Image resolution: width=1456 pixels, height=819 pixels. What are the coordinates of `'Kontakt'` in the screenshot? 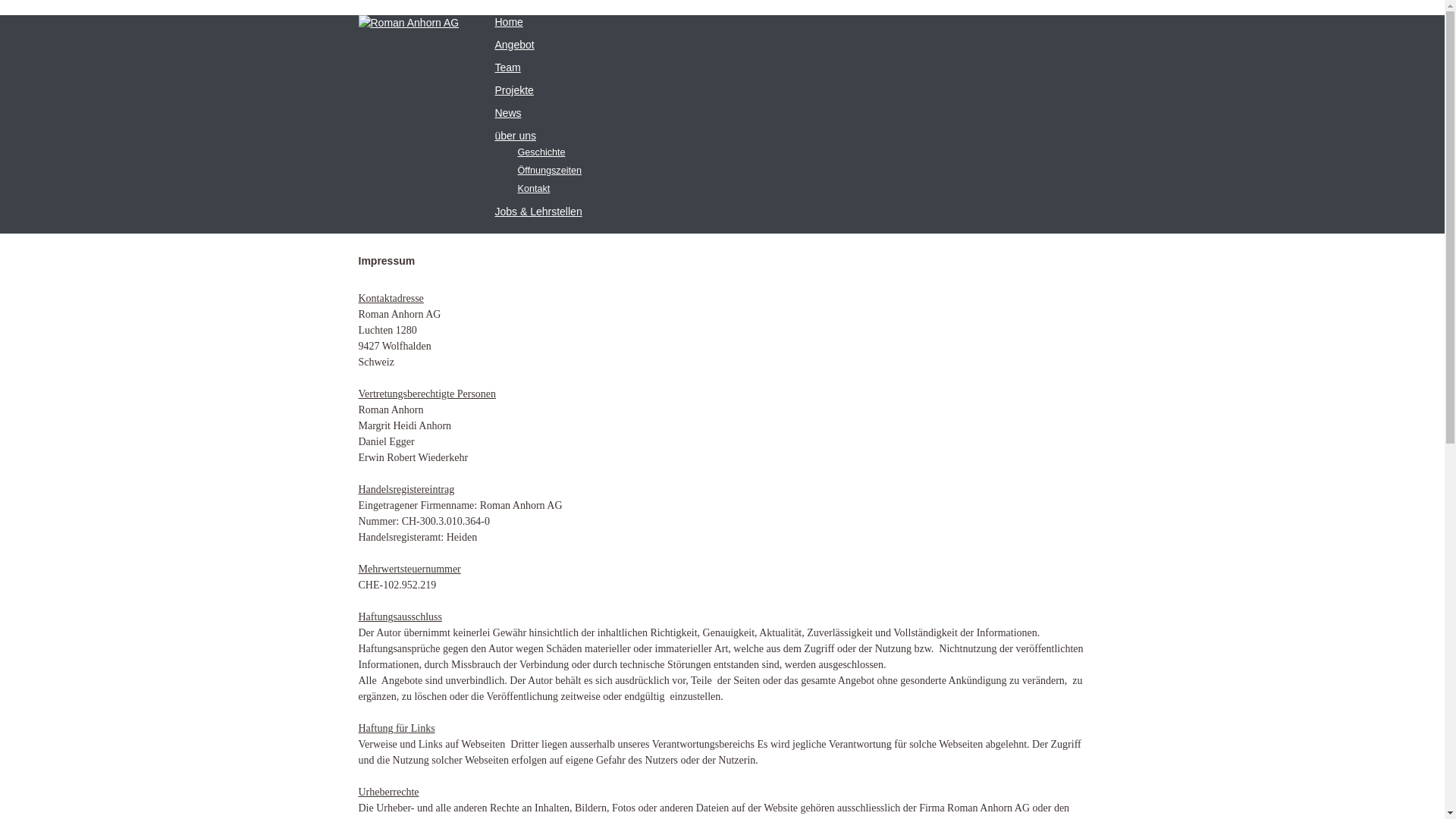 It's located at (533, 188).